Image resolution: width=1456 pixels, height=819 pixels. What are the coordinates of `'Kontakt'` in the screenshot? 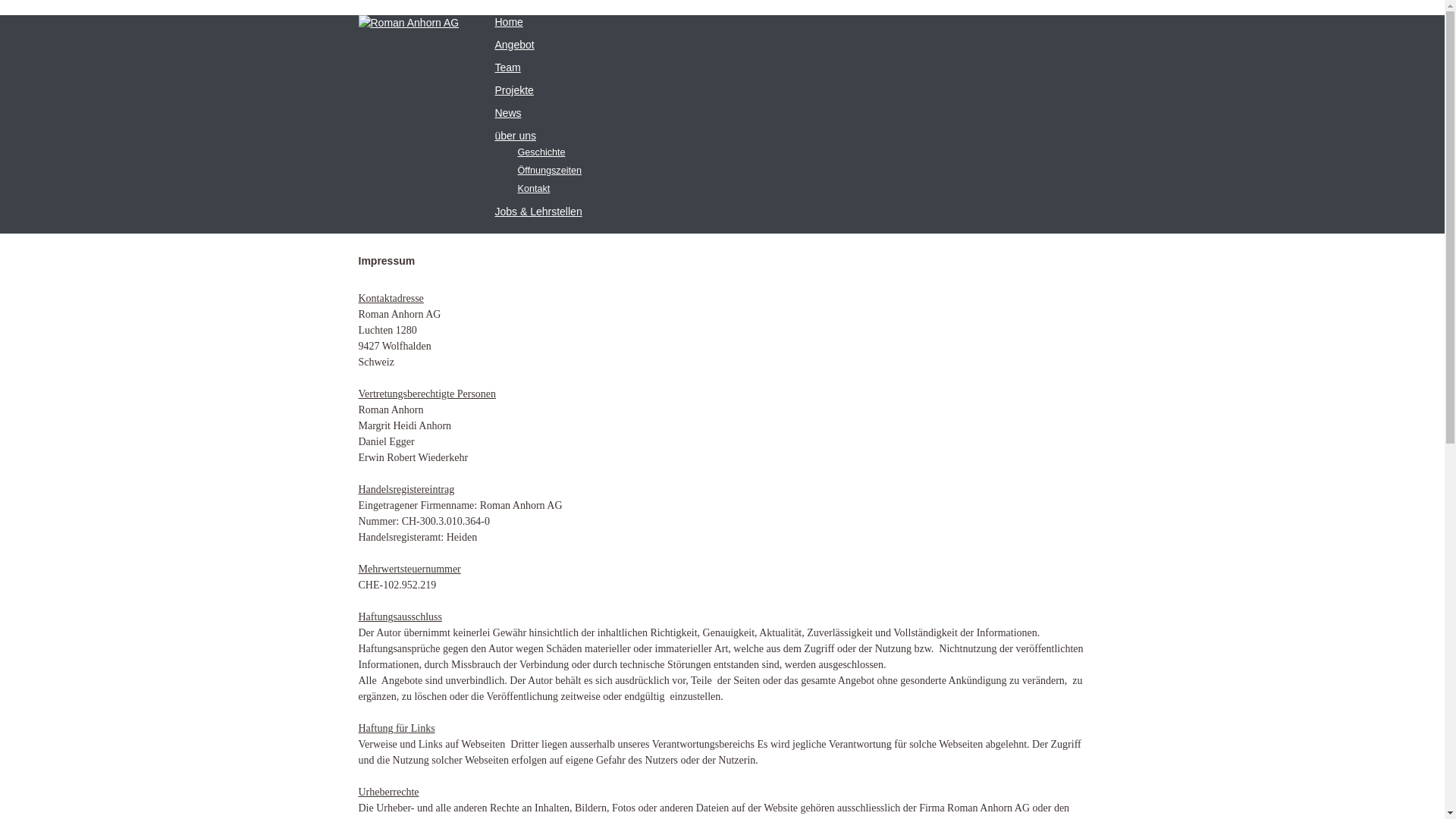 It's located at (533, 188).